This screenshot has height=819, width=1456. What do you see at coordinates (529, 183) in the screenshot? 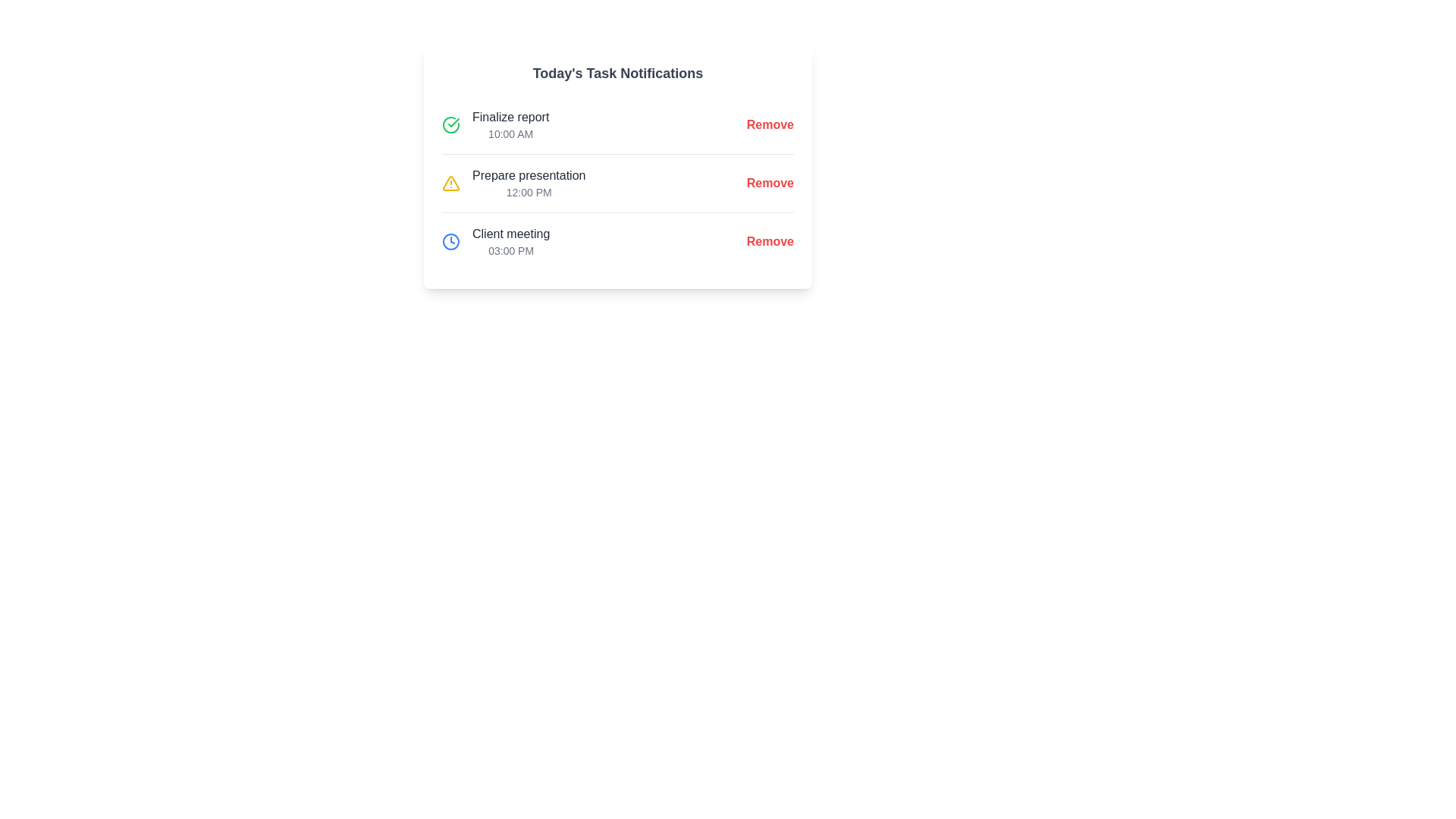
I see `the task label displaying 'Prepare presentation' with a timestamp '12:00 PM' located in the 'Today's Task Notifications' section, positioned between 'Finalize report' and 'Client meeting'` at bounding box center [529, 183].